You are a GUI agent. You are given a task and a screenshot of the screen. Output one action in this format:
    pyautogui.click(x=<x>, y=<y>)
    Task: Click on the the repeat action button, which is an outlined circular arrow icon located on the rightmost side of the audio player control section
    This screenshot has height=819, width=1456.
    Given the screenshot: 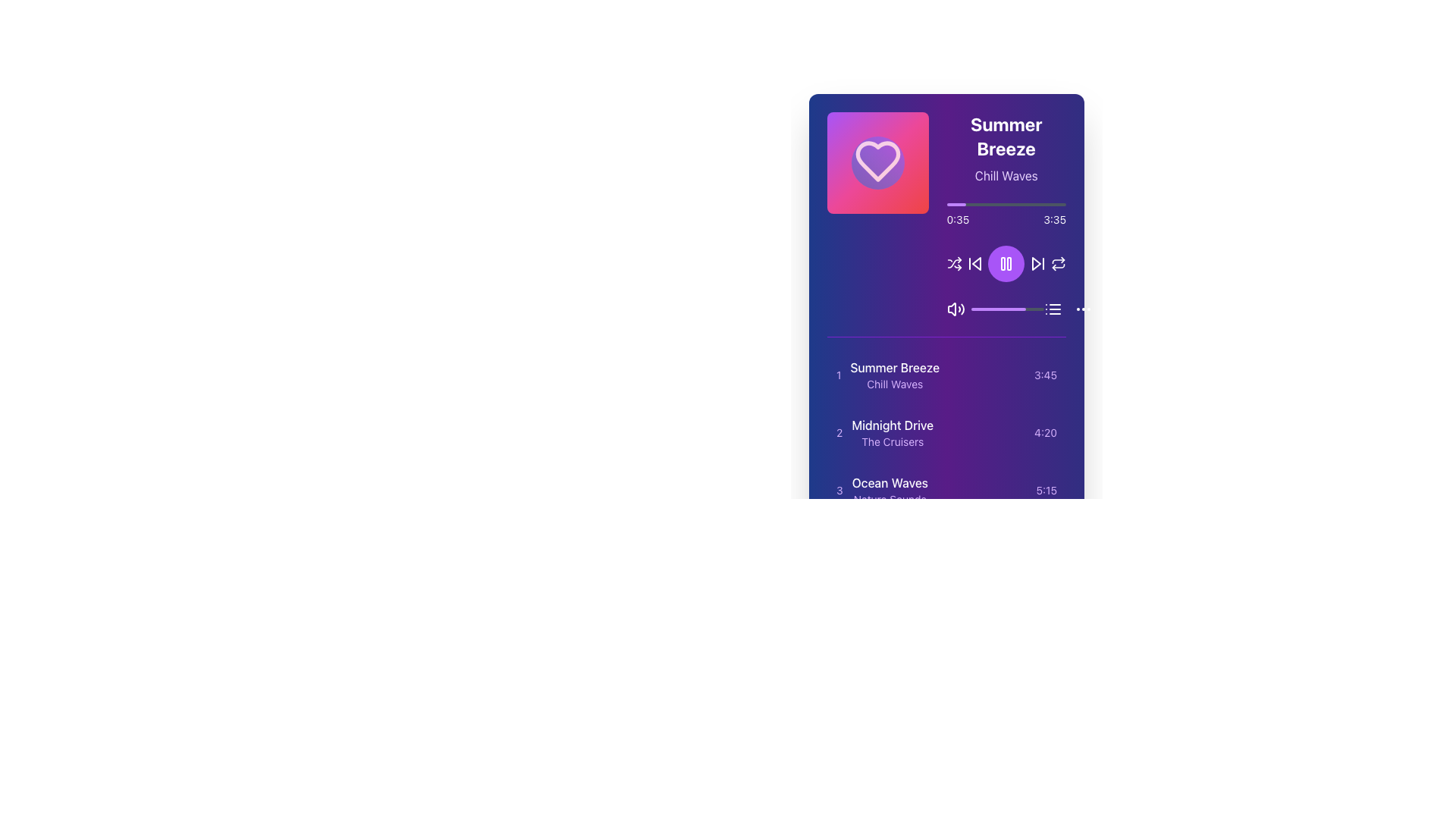 What is the action you would take?
    pyautogui.click(x=1058, y=262)
    